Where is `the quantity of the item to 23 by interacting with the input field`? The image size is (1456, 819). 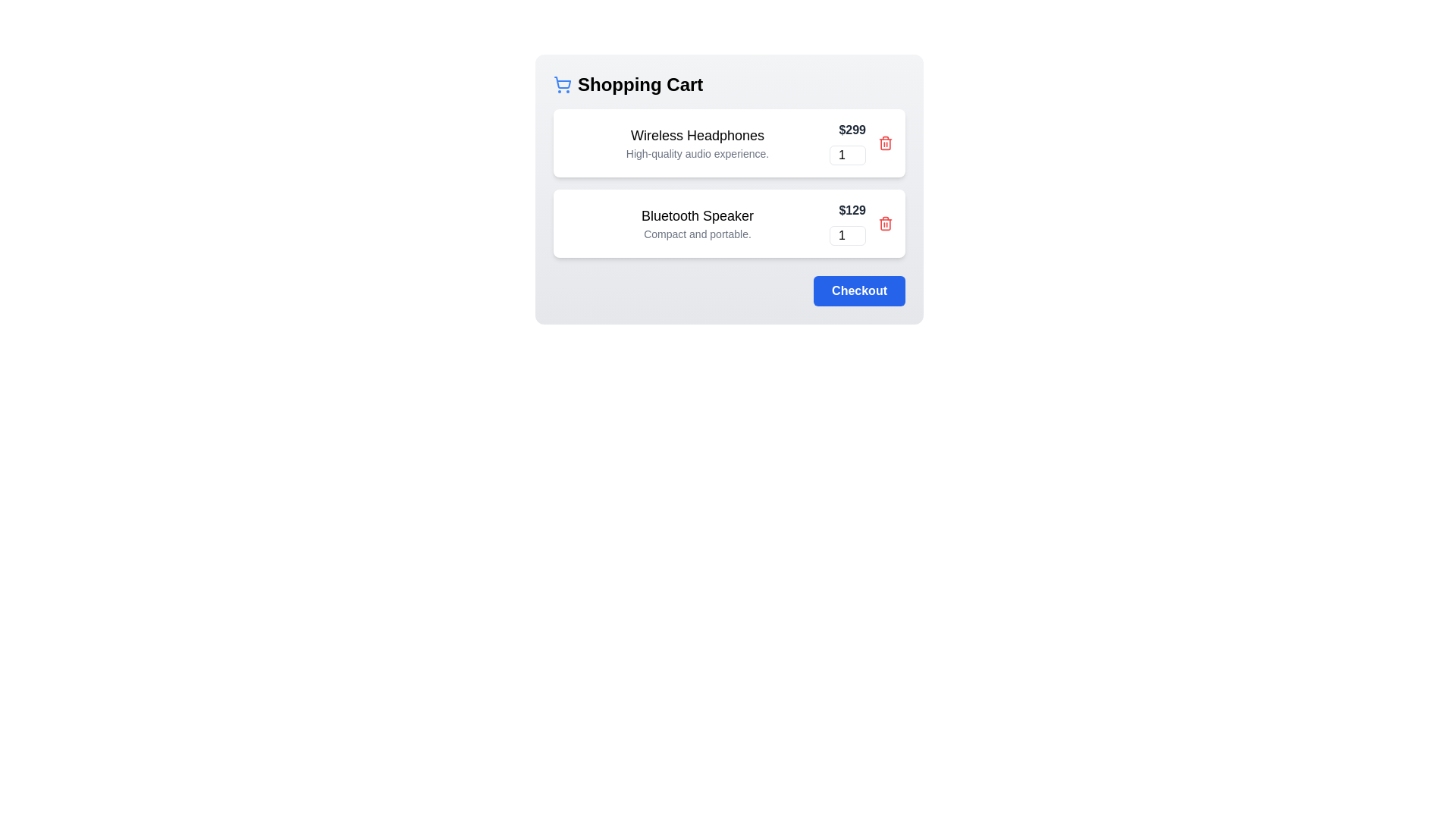
the quantity of the item to 23 by interacting with the input field is located at coordinates (847, 155).